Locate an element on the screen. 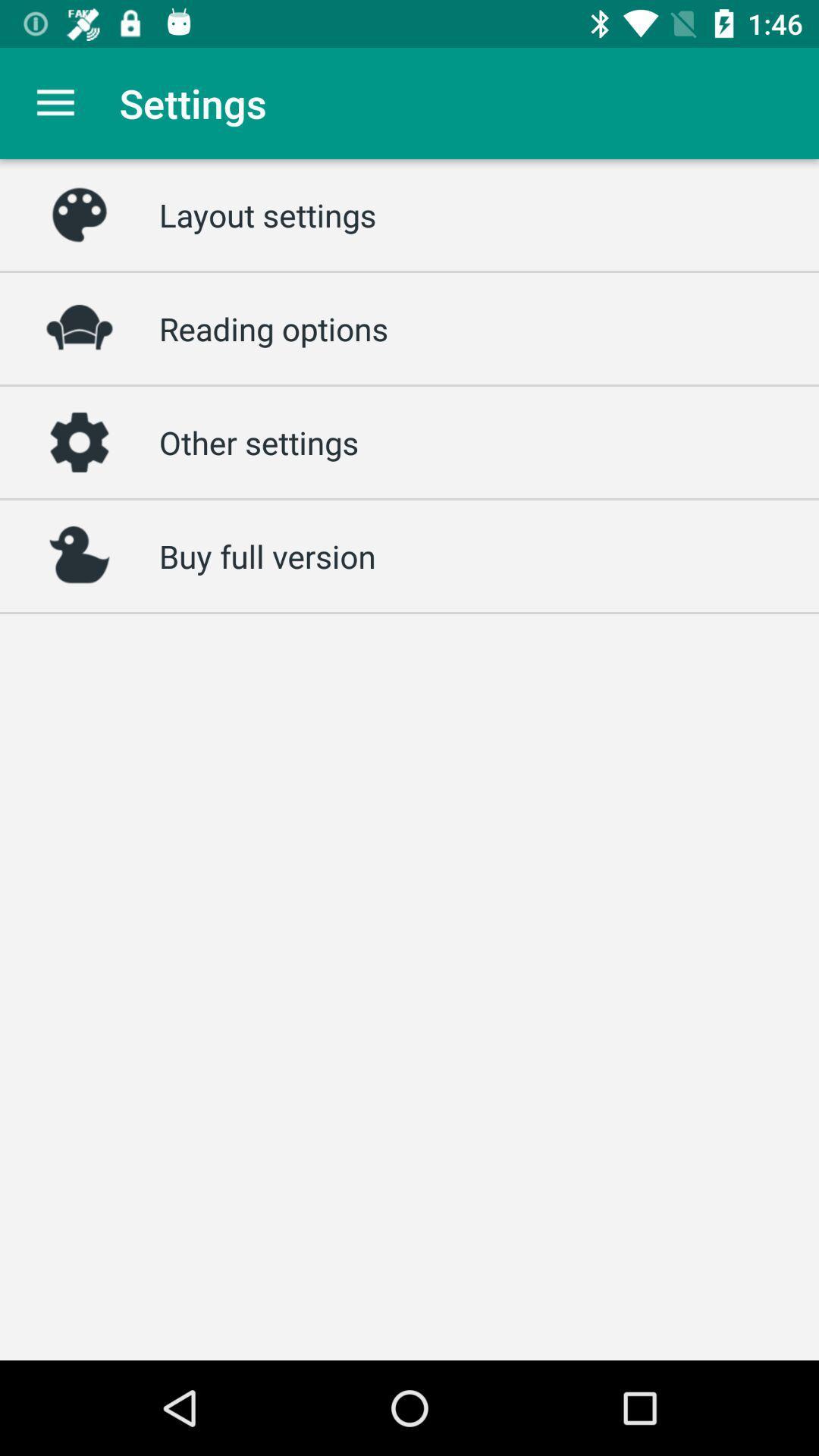 The image size is (819, 1456). item next to the settings app is located at coordinates (55, 102).